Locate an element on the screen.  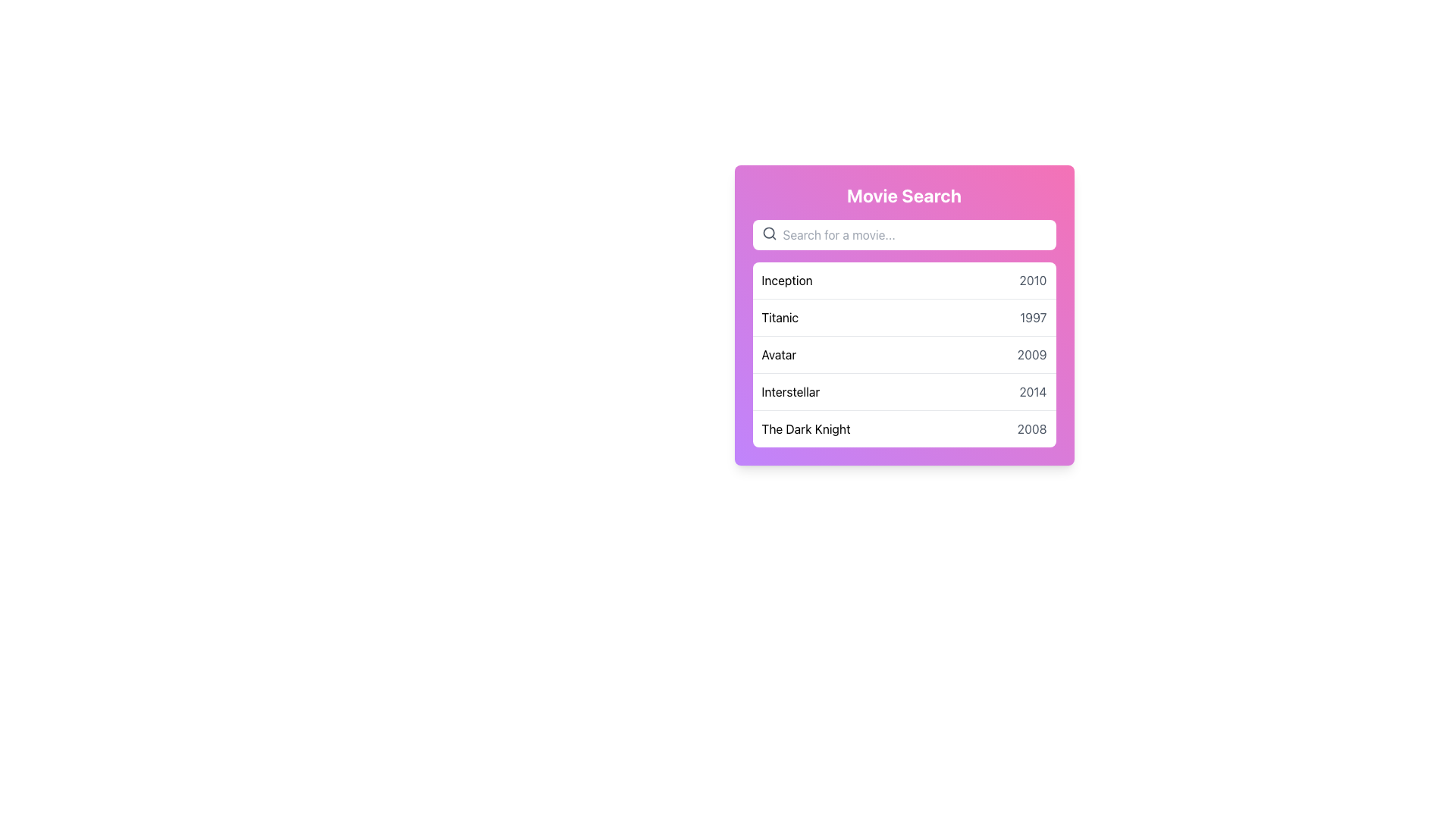
text label displaying the number '2009' in gray font, located to the right of 'Avatar' in the third row of the 'Movie Search' card interface is located at coordinates (1031, 354).